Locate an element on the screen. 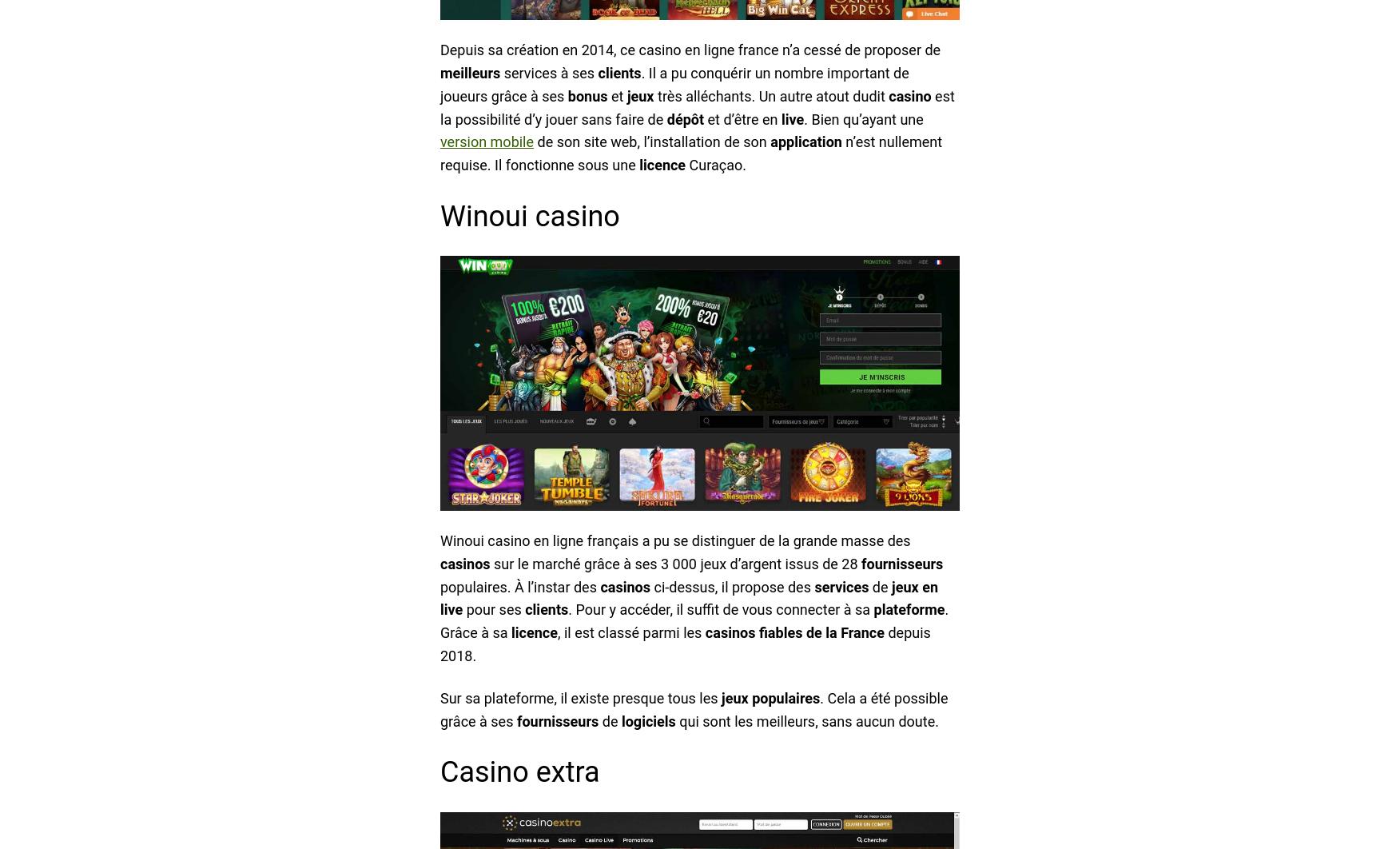  'populaires' is located at coordinates (785, 696).